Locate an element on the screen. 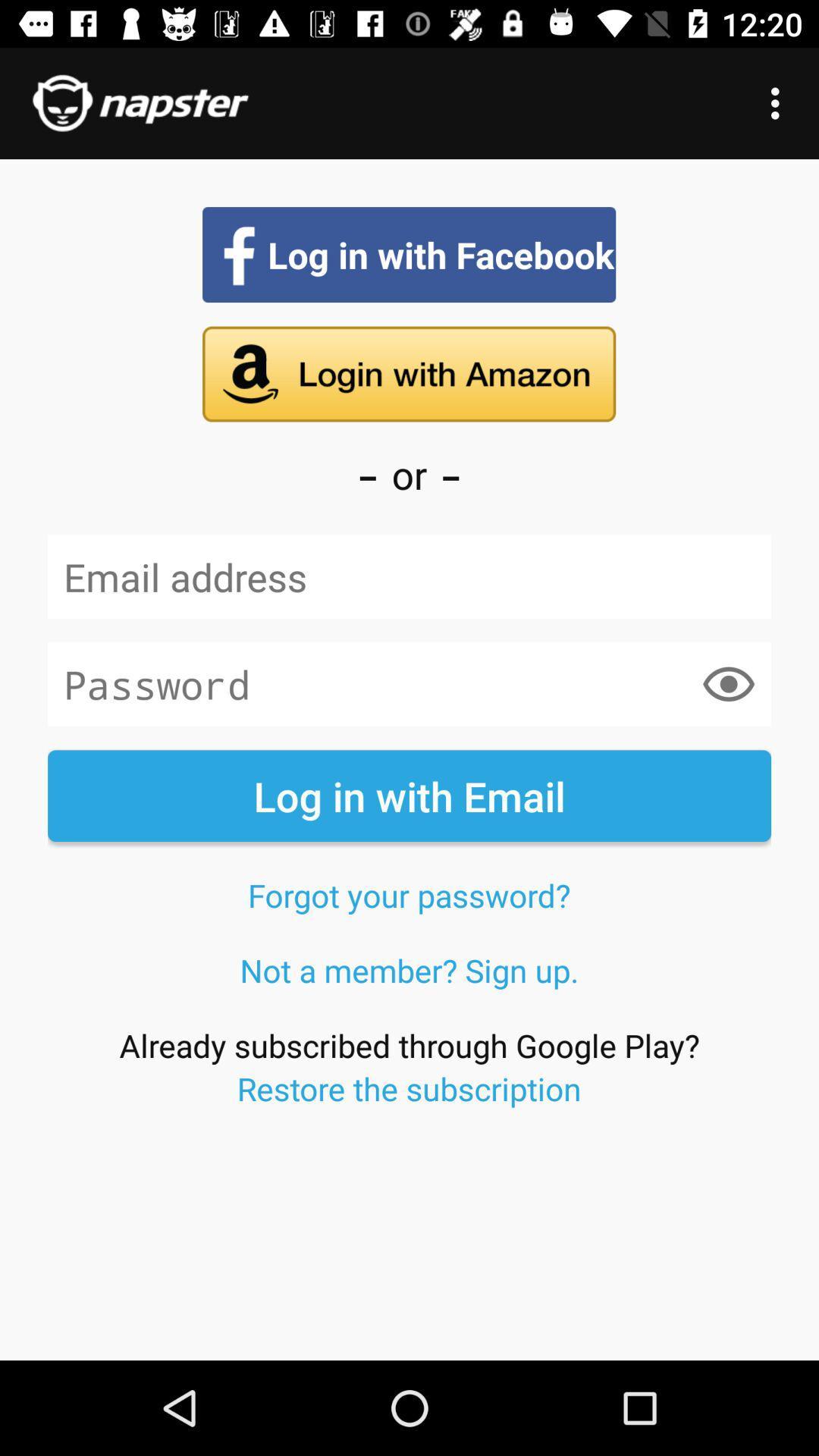  the restore the subscription is located at coordinates (408, 1087).